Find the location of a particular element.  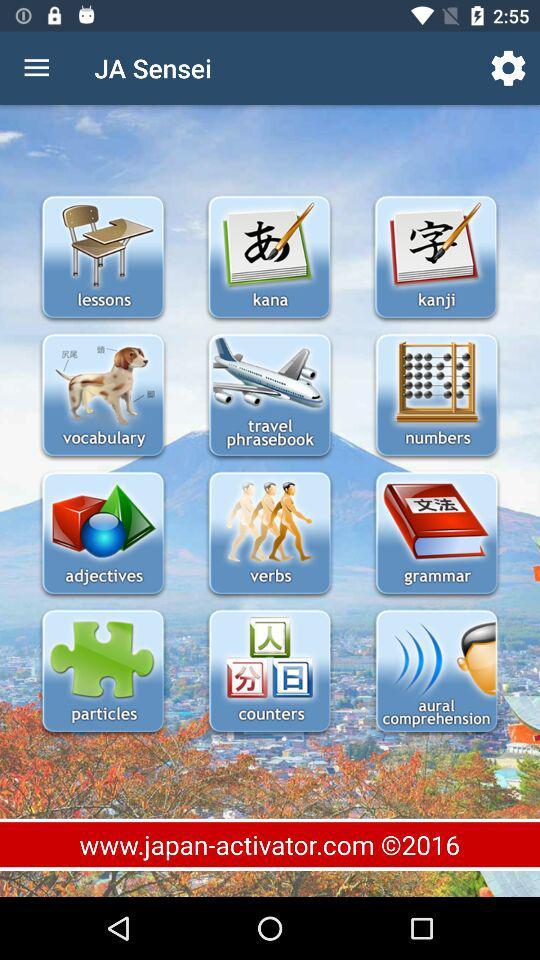

lessons is located at coordinates (102, 258).